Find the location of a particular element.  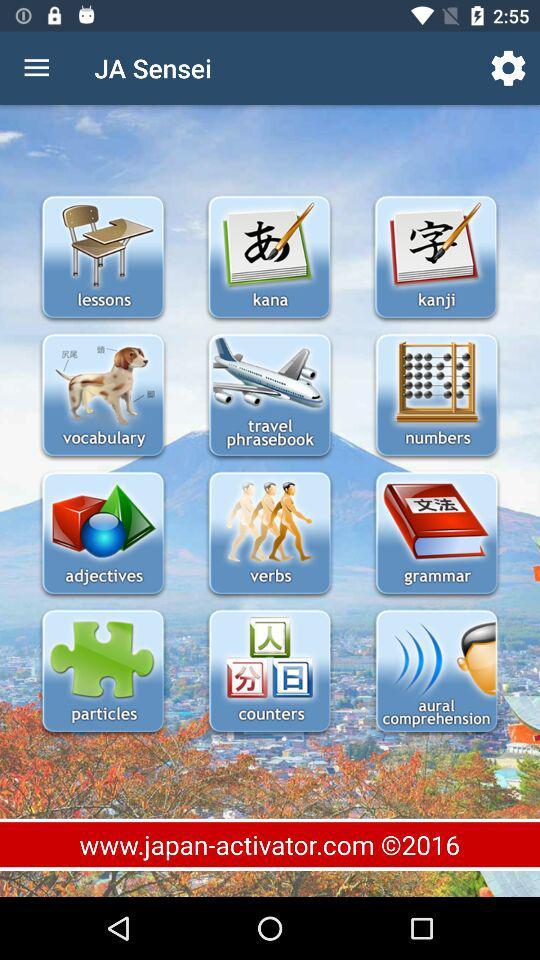

lessons is located at coordinates (102, 258).